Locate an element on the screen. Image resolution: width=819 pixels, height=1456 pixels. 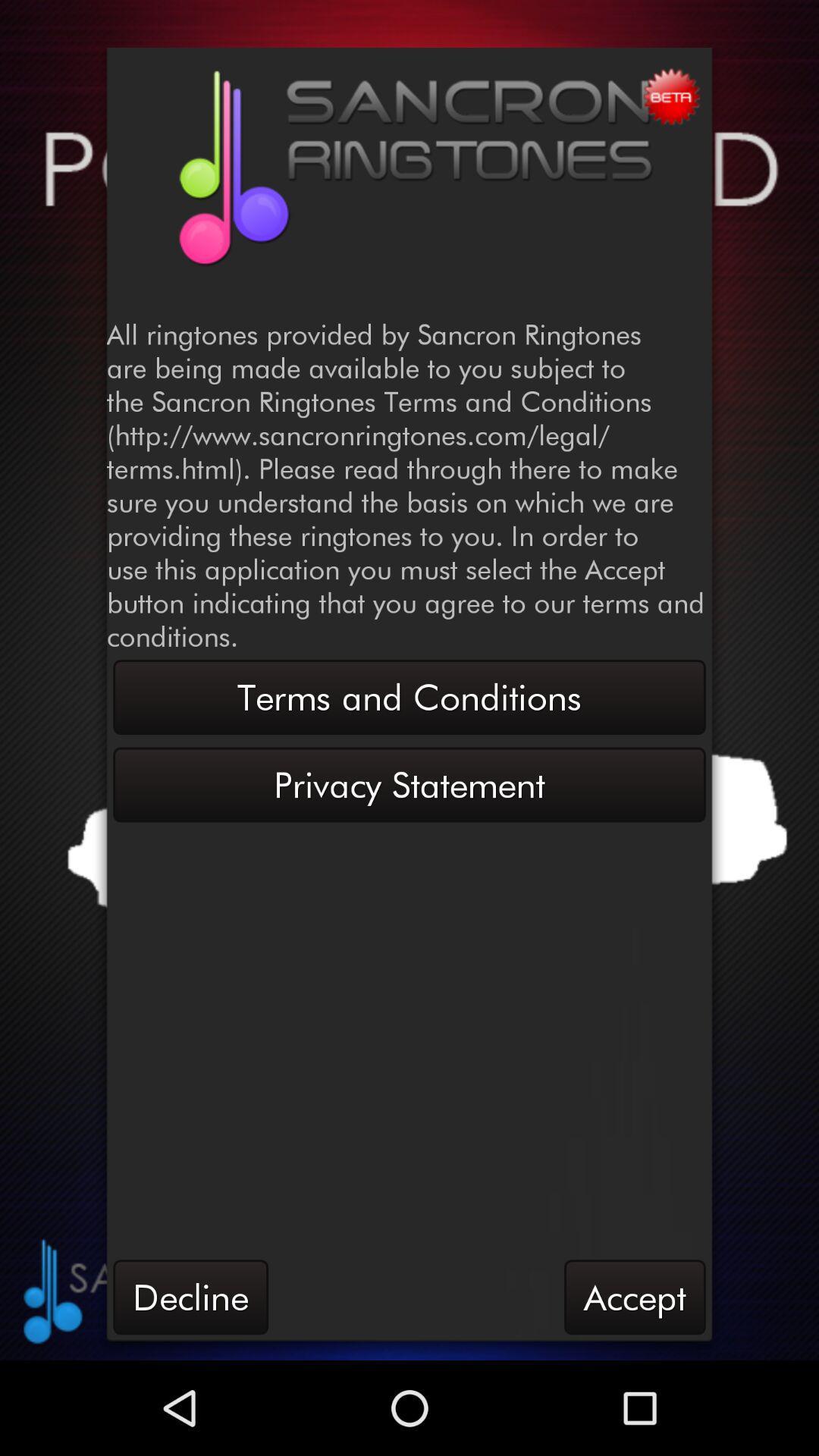
the icon next to the decline item is located at coordinates (635, 1296).